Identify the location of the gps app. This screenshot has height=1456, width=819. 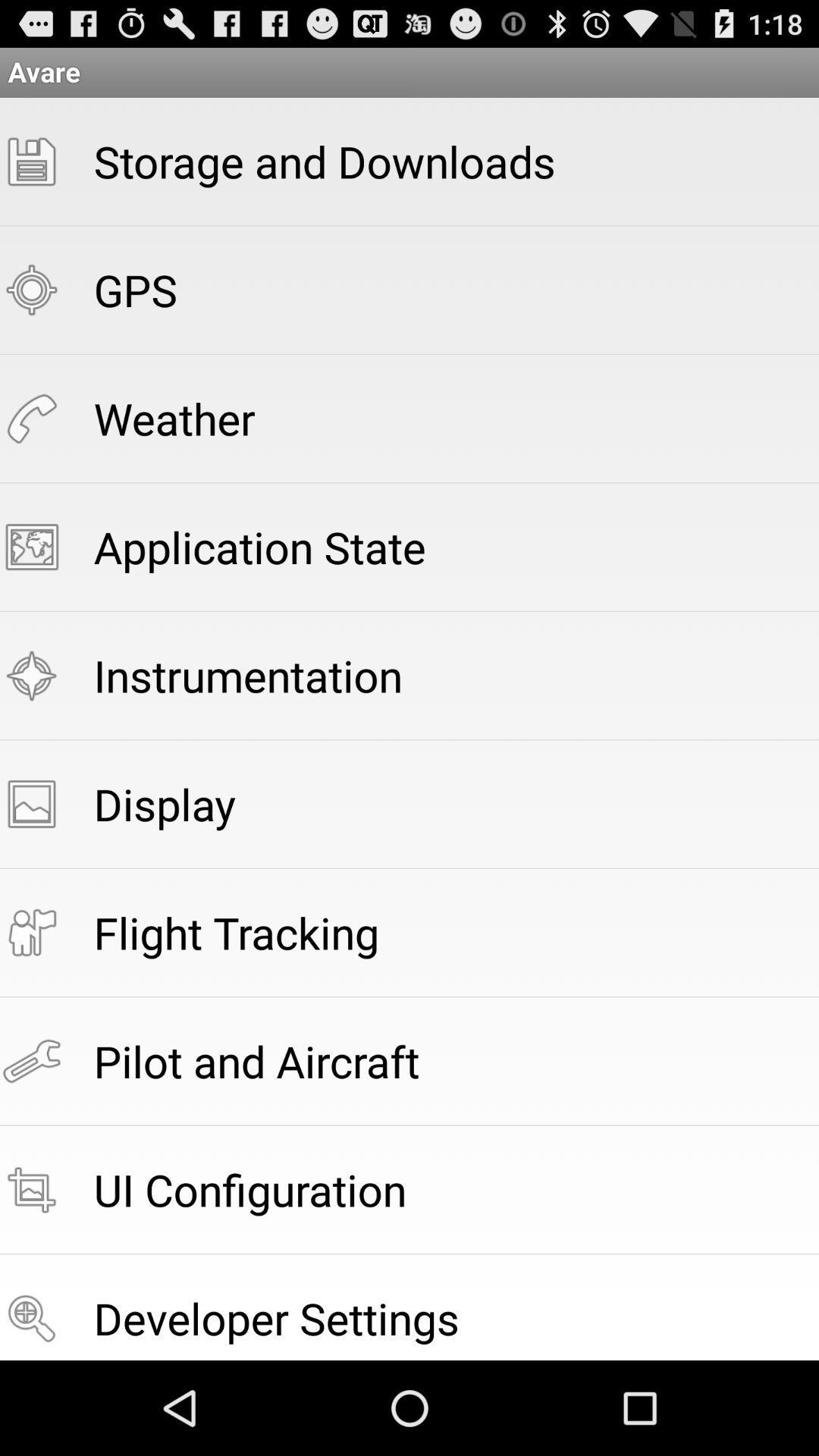
(134, 290).